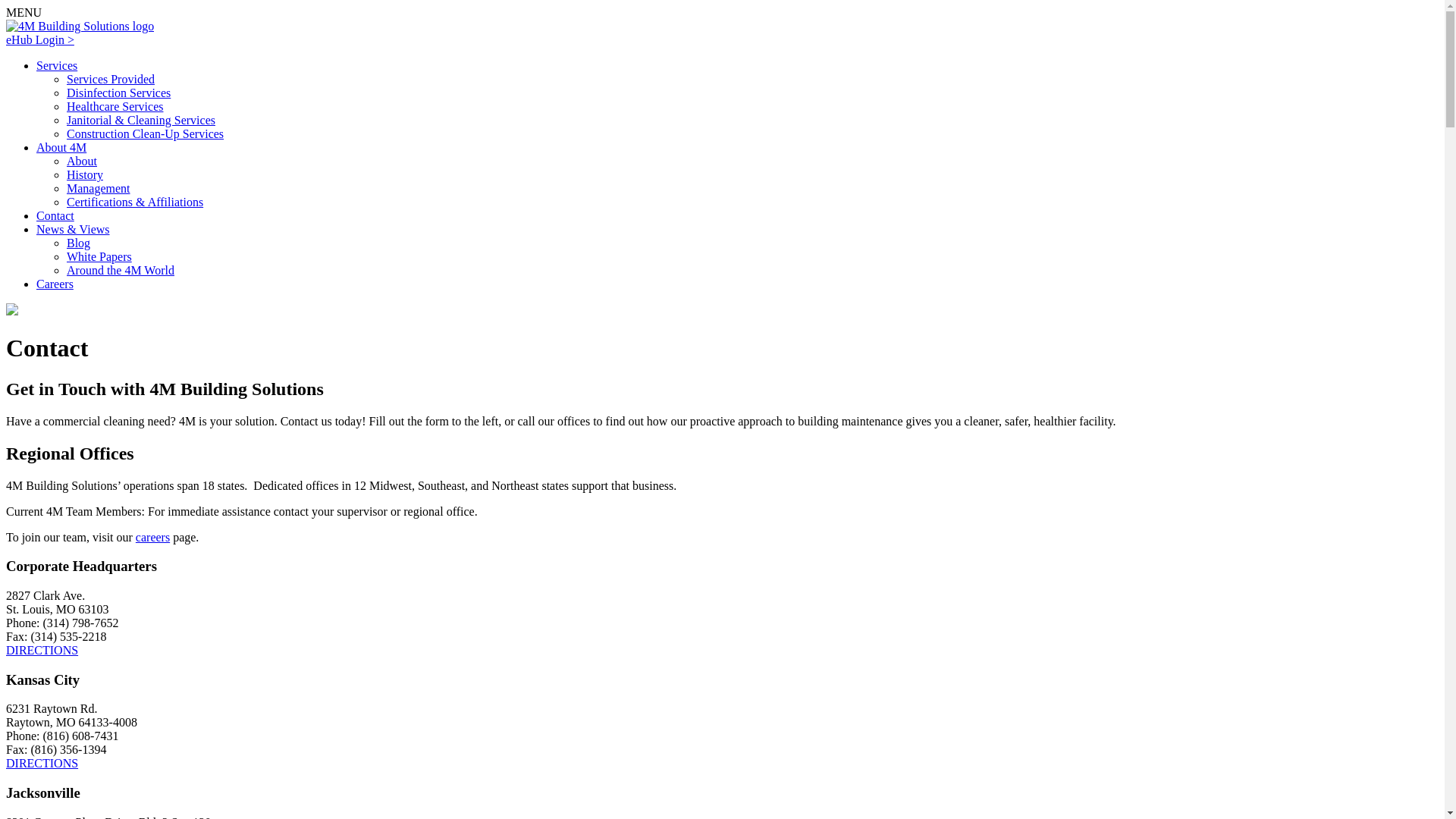 This screenshot has width=1456, height=819. I want to click on 'Certifications & Affiliations', so click(134, 201).